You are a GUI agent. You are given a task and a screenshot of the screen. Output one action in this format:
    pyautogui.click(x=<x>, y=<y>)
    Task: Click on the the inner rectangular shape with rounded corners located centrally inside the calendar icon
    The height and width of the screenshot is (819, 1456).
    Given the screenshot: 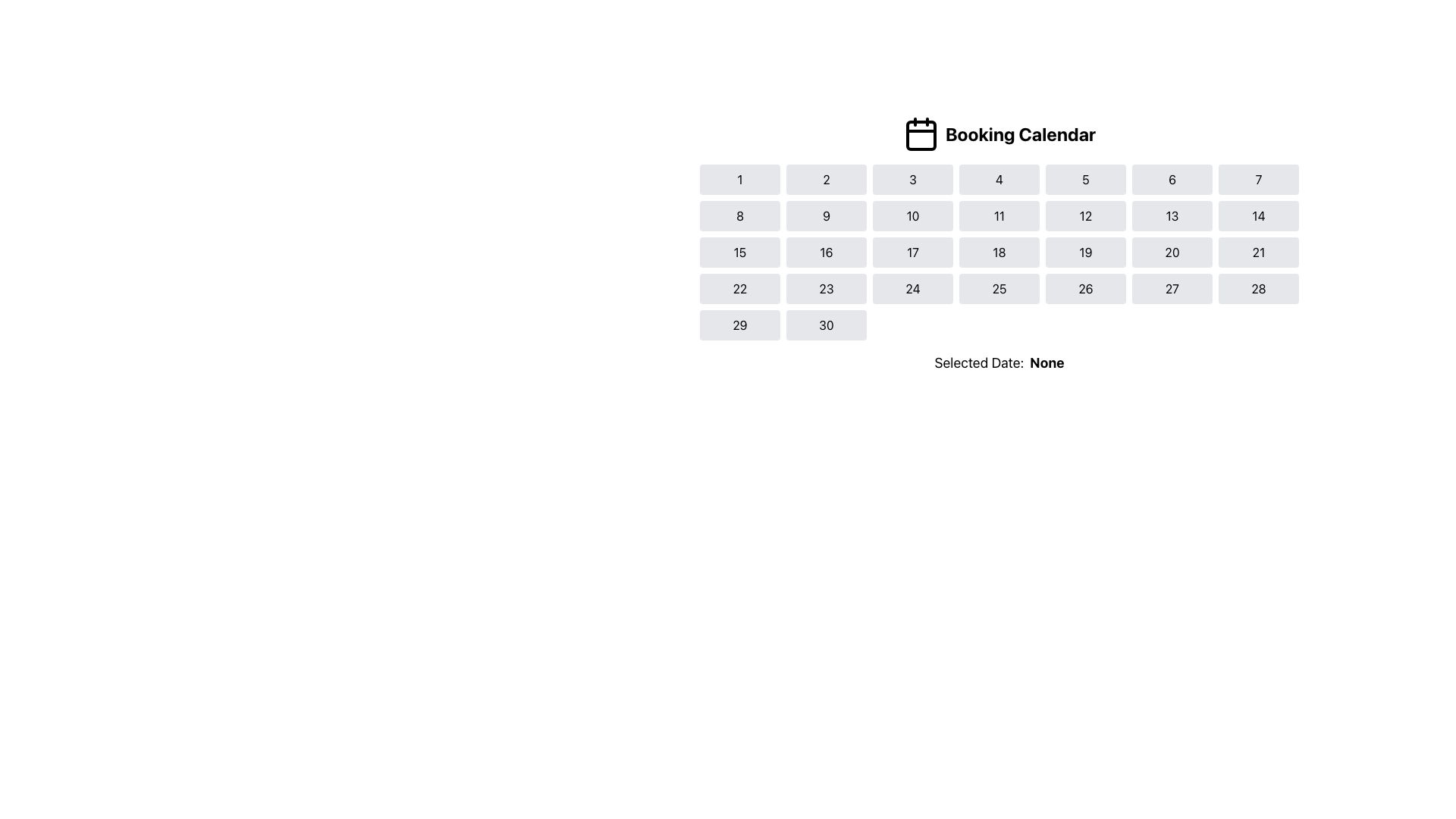 What is the action you would take?
    pyautogui.click(x=920, y=134)
    